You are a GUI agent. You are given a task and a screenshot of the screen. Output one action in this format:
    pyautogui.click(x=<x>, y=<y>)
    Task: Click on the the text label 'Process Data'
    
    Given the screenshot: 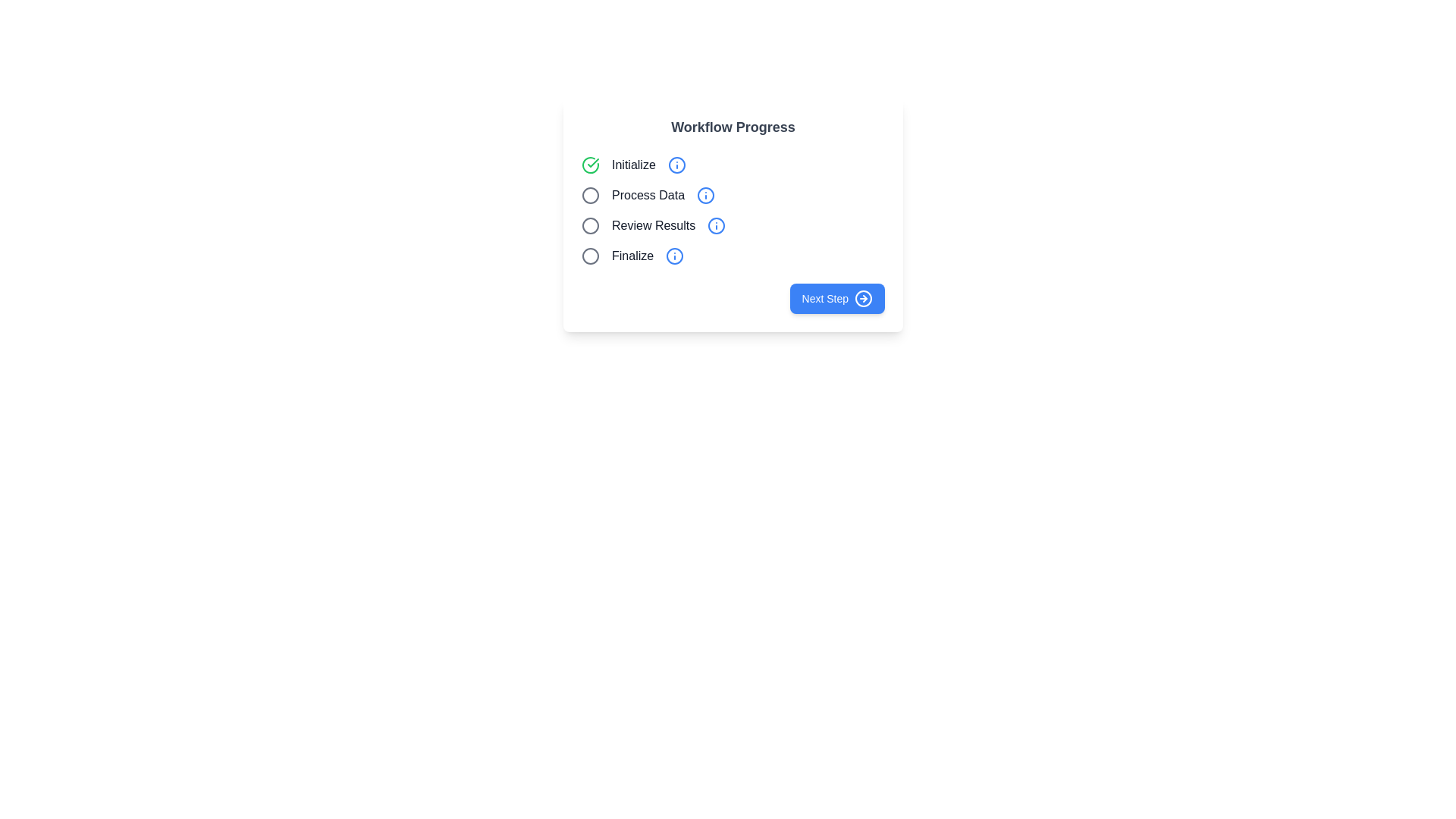 What is the action you would take?
    pyautogui.click(x=648, y=195)
    